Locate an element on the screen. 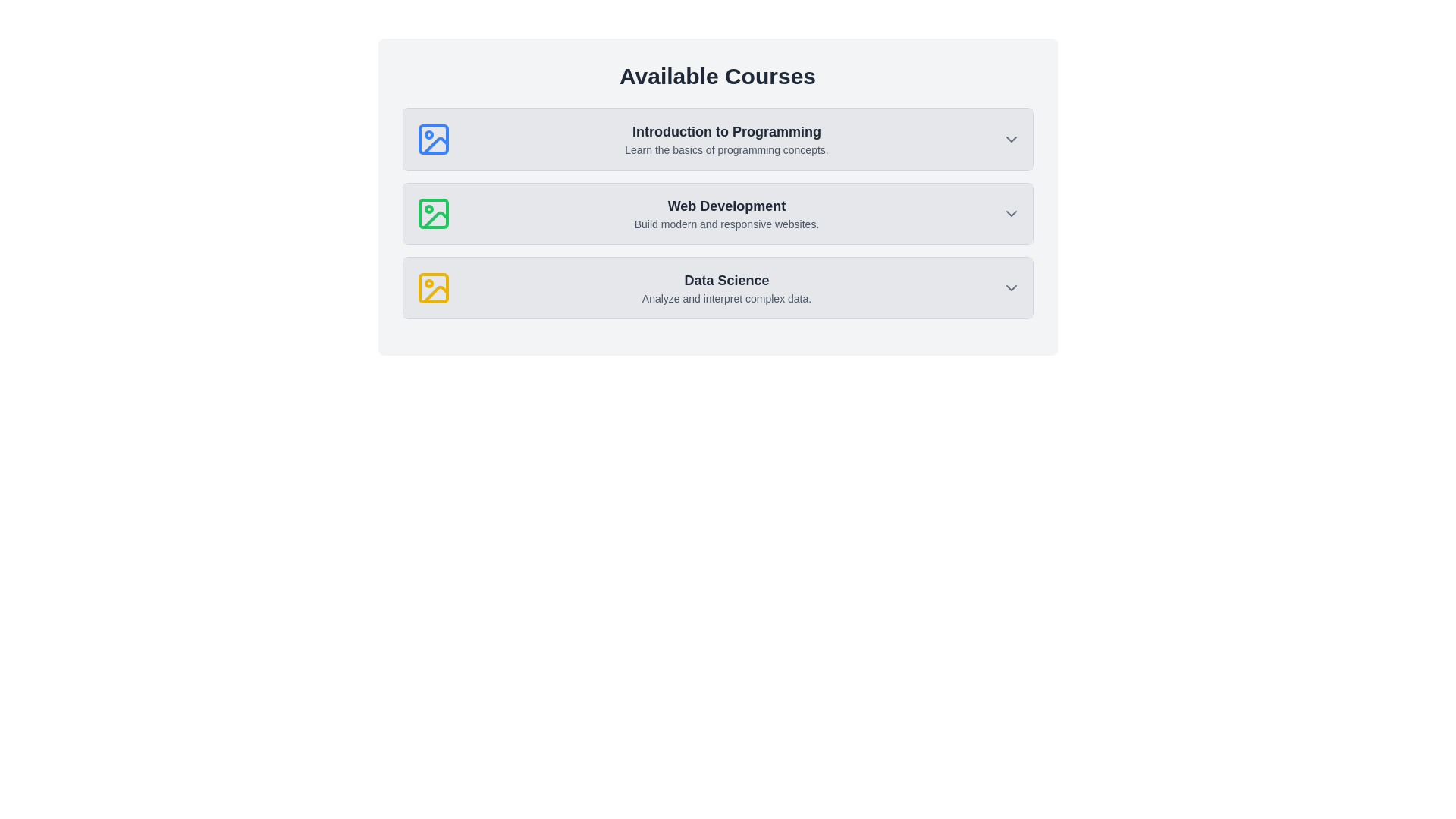  the text label that provides a description for the 'Web Development' section, located beneath the main heading in the 'Available Courses' list is located at coordinates (726, 224).